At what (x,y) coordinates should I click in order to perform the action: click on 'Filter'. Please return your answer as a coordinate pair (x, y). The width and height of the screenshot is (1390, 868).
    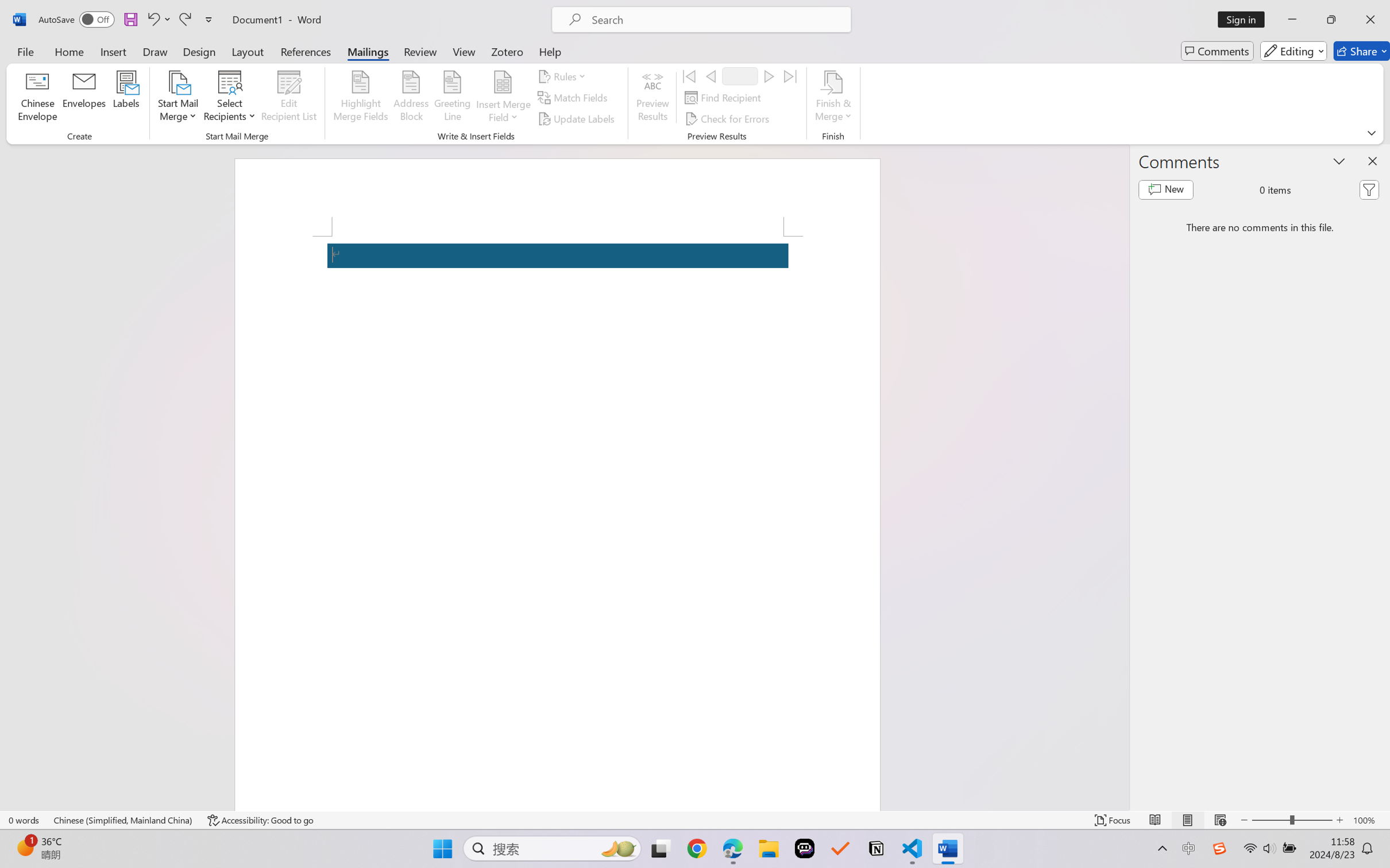
    Looking at the image, I should click on (1369, 190).